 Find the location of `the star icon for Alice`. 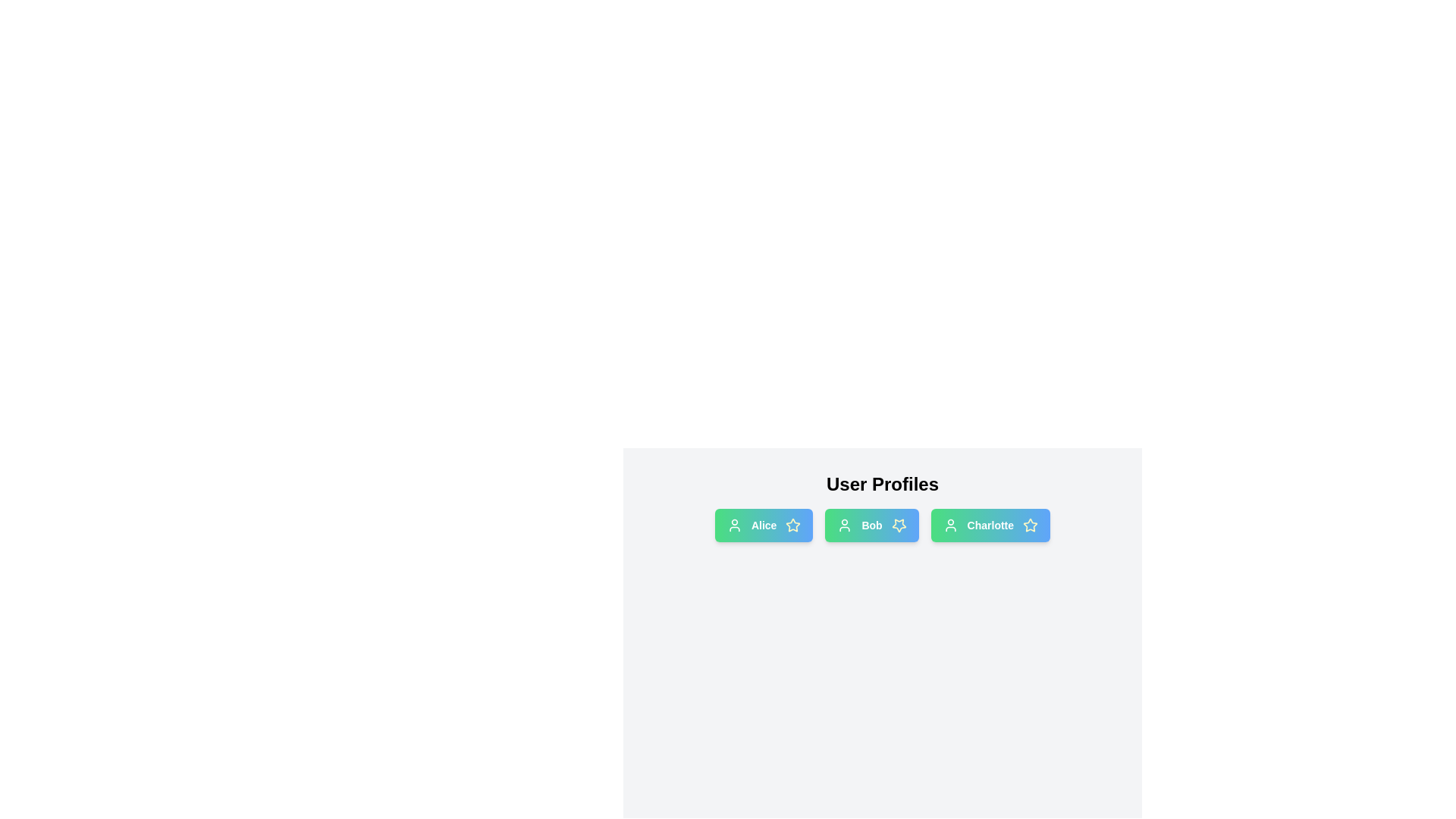

the star icon for Alice is located at coordinates (792, 525).